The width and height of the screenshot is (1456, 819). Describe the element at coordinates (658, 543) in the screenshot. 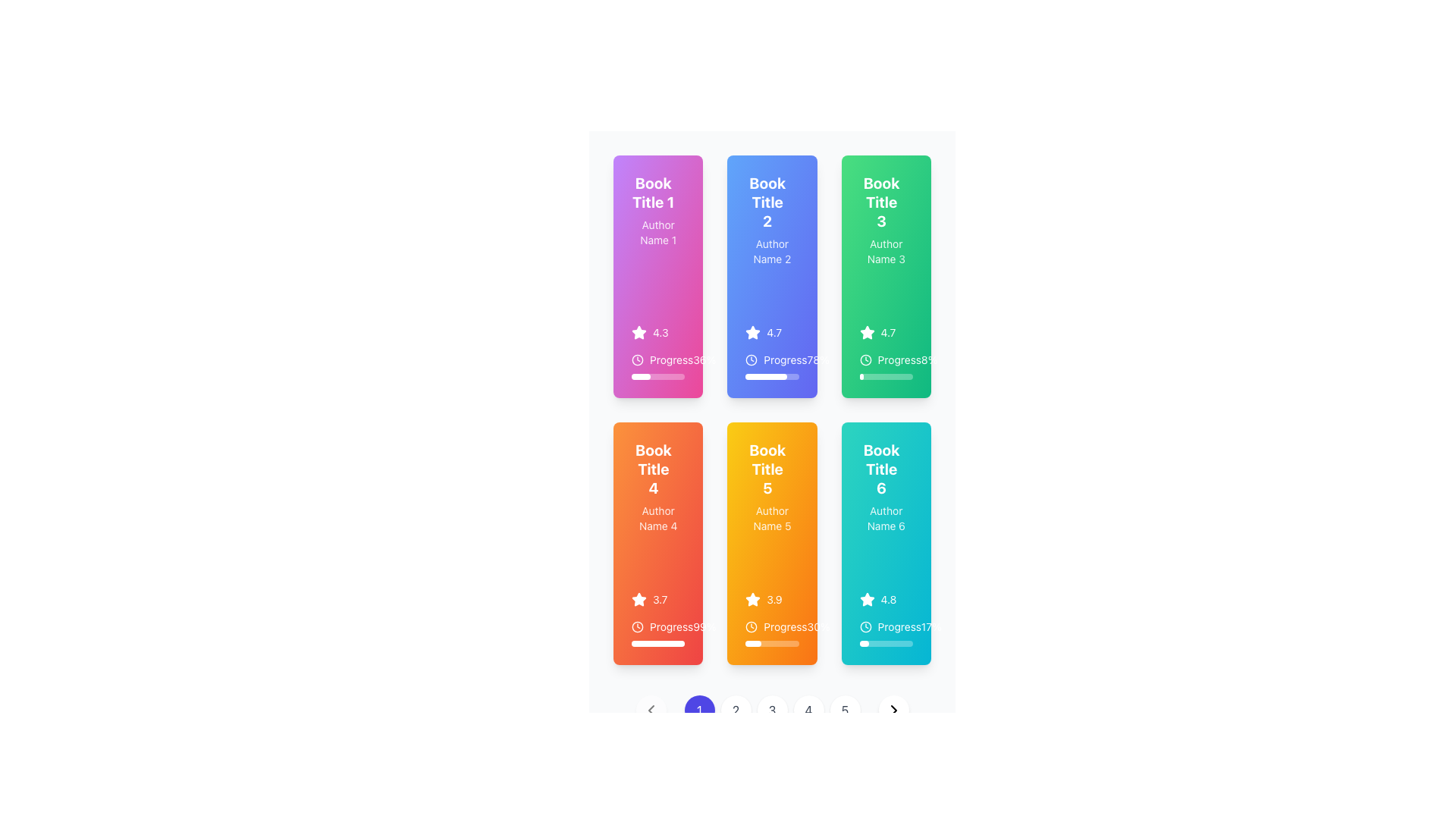

I see `the fourth informational card in the grid layout` at that location.